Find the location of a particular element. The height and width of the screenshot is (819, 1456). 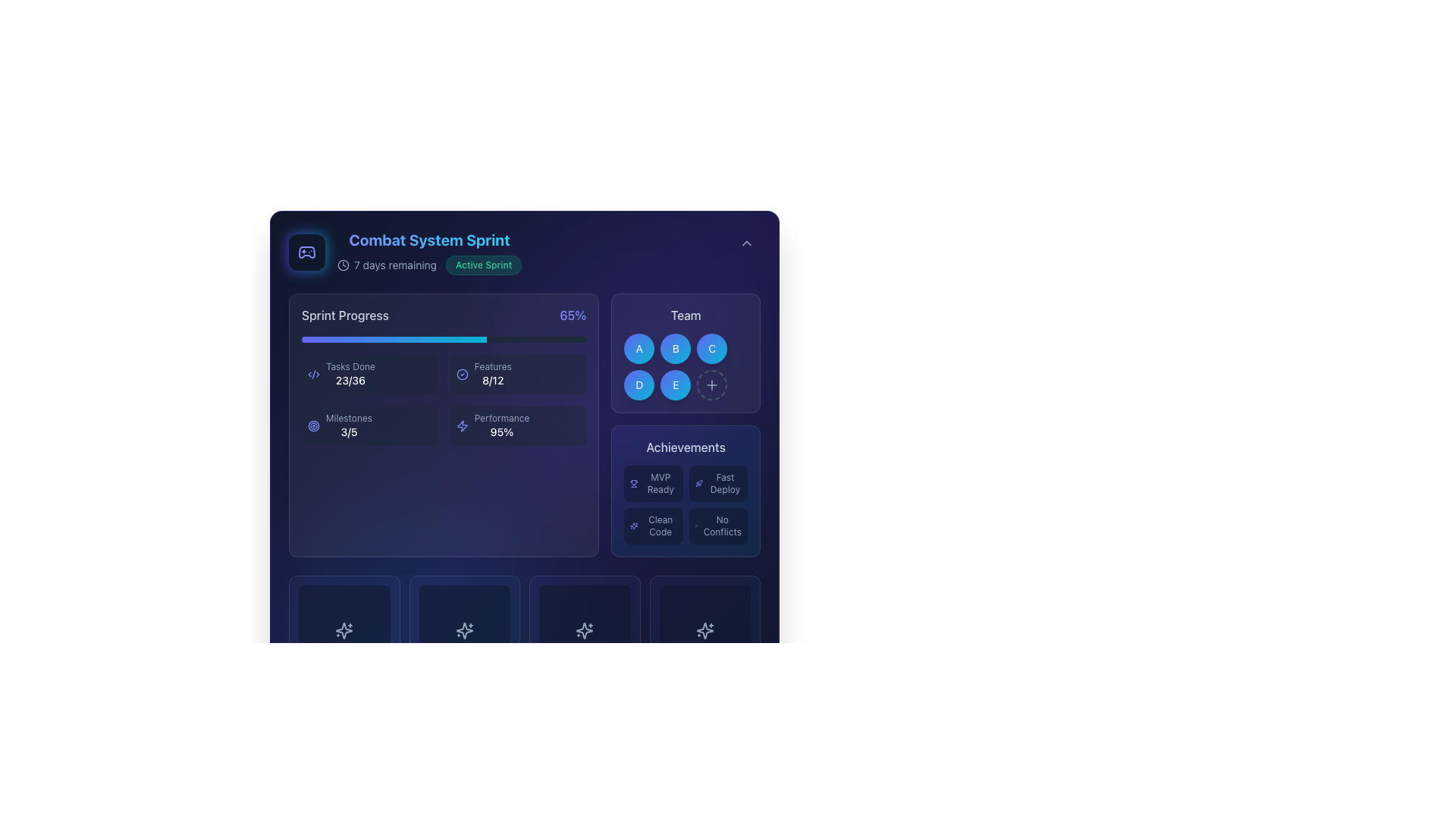

the button located on the right-hand side of the interface within the 'Team' section is located at coordinates (711, 384).